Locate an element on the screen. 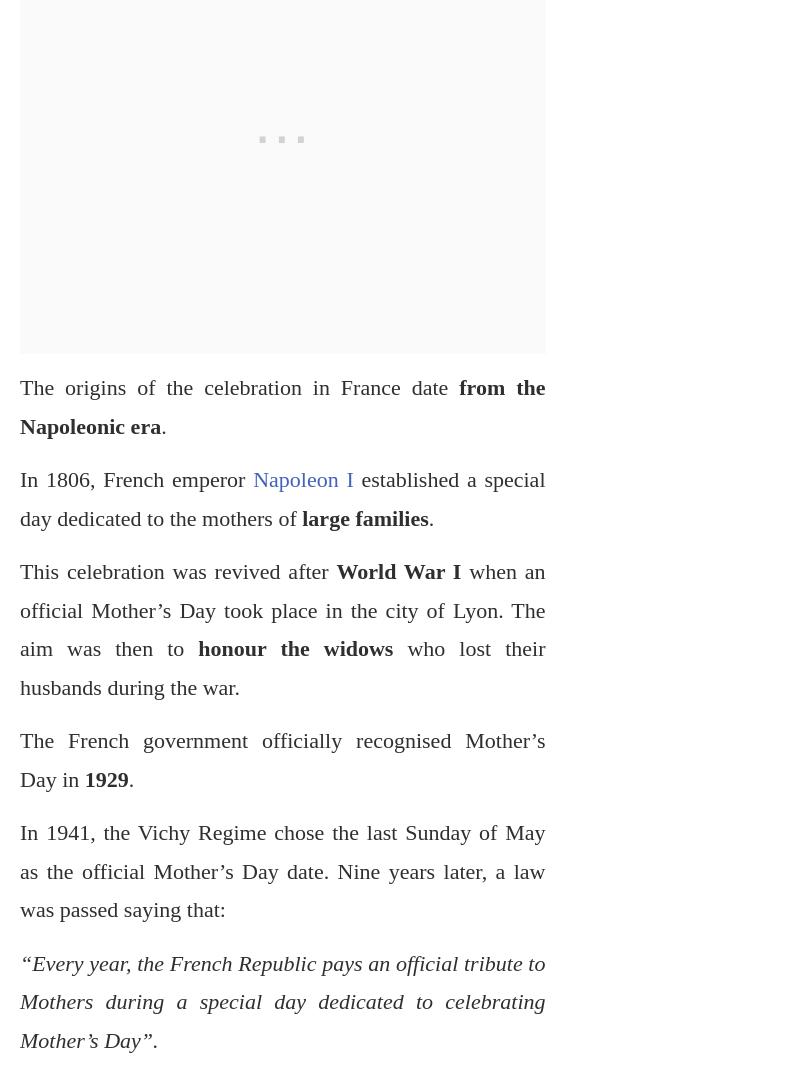 The width and height of the screenshot is (800, 1079). 'from the Napoleonic era' is located at coordinates (20, 405).